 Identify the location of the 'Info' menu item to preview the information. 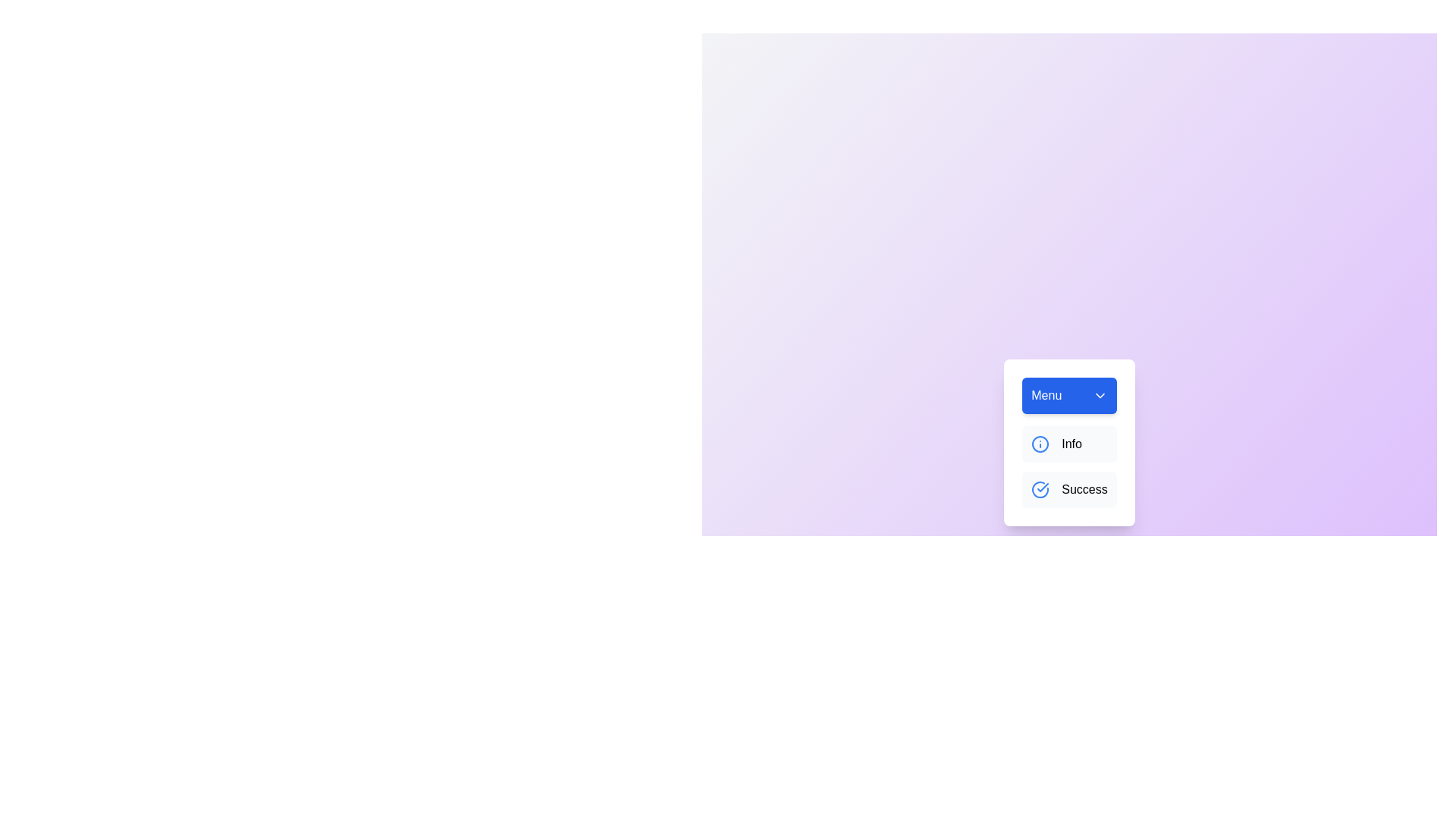
(1068, 444).